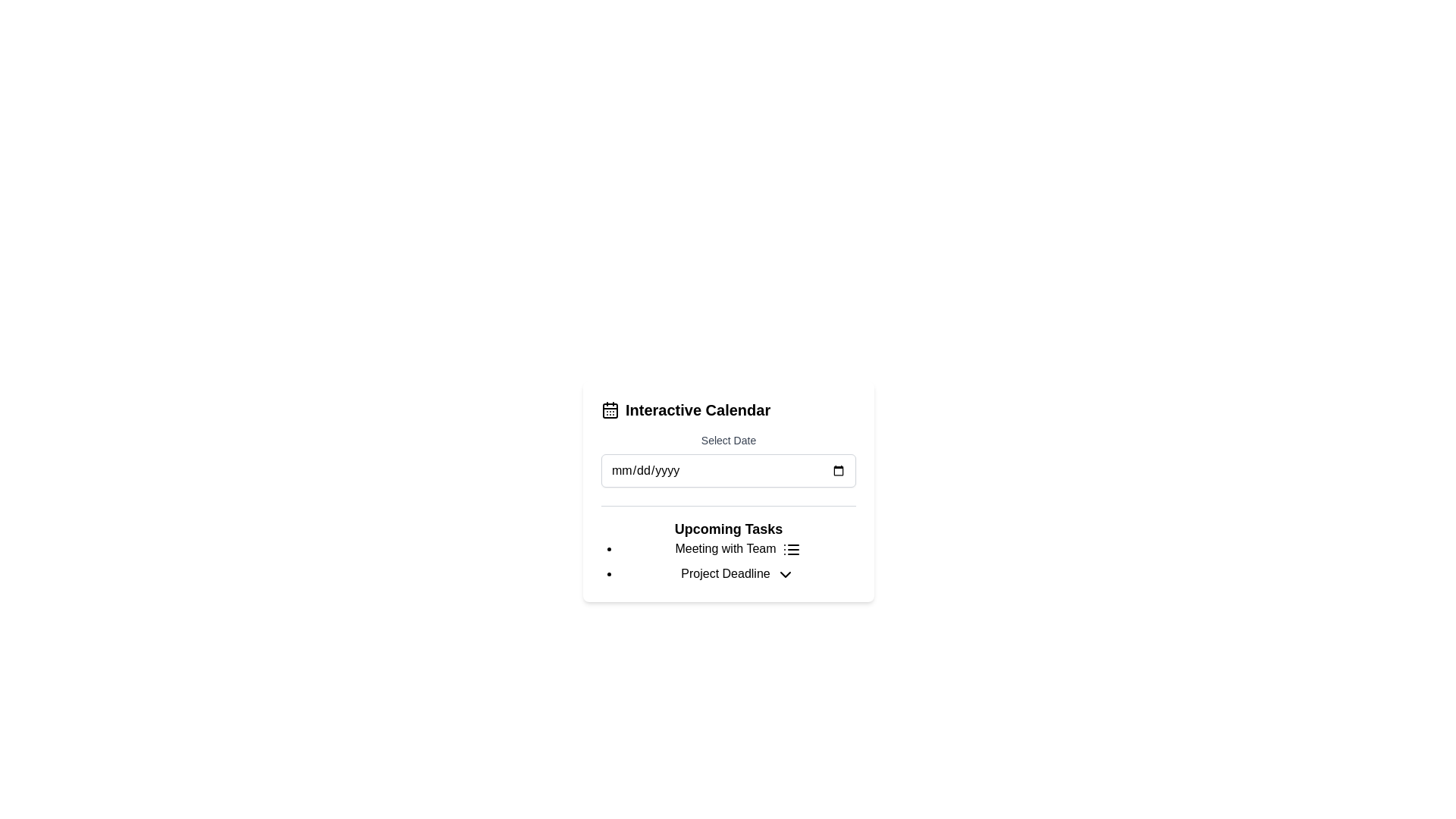 The height and width of the screenshot is (819, 1456). What do you see at coordinates (610, 409) in the screenshot?
I see `the calendar icon located to the left of the text 'Interactive Calendar' in the top section of the interface` at bounding box center [610, 409].